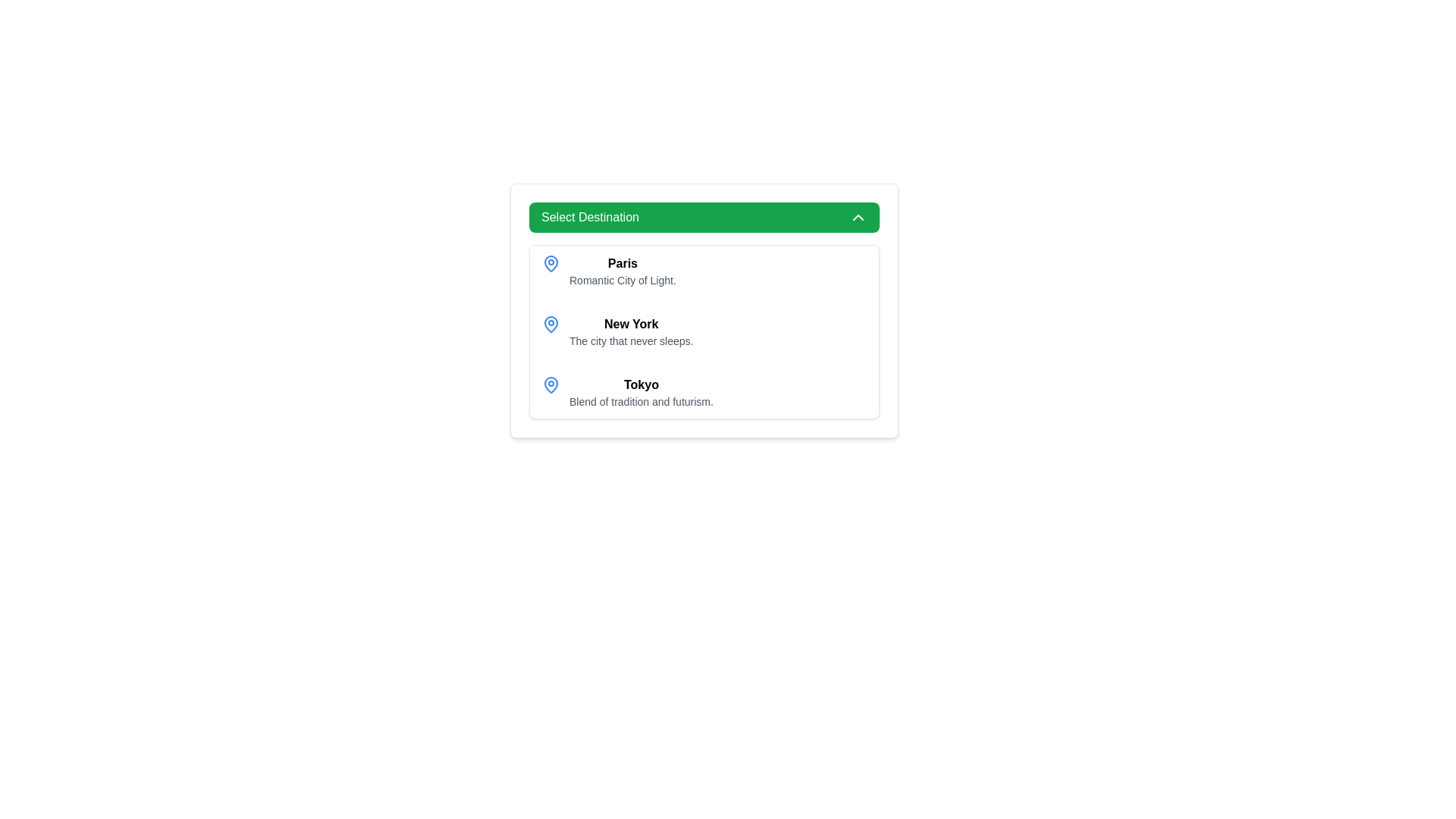 Image resolution: width=1456 pixels, height=819 pixels. What do you see at coordinates (704, 391) in the screenshot?
I see `the third item in the dropdown menu` at bounding box center [704, 391].